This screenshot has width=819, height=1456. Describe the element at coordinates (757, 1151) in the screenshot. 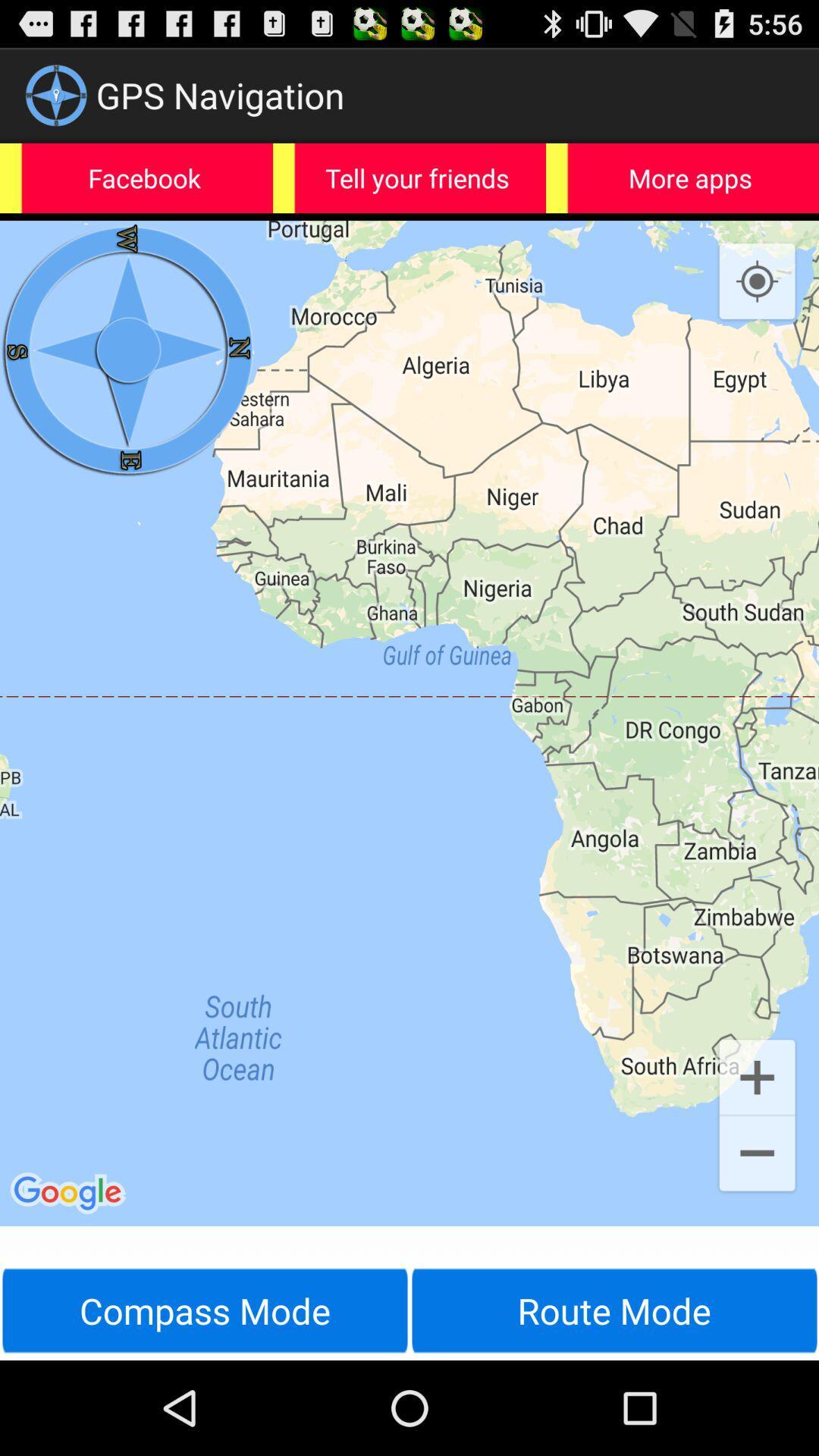

I see `the add icon` at that location.